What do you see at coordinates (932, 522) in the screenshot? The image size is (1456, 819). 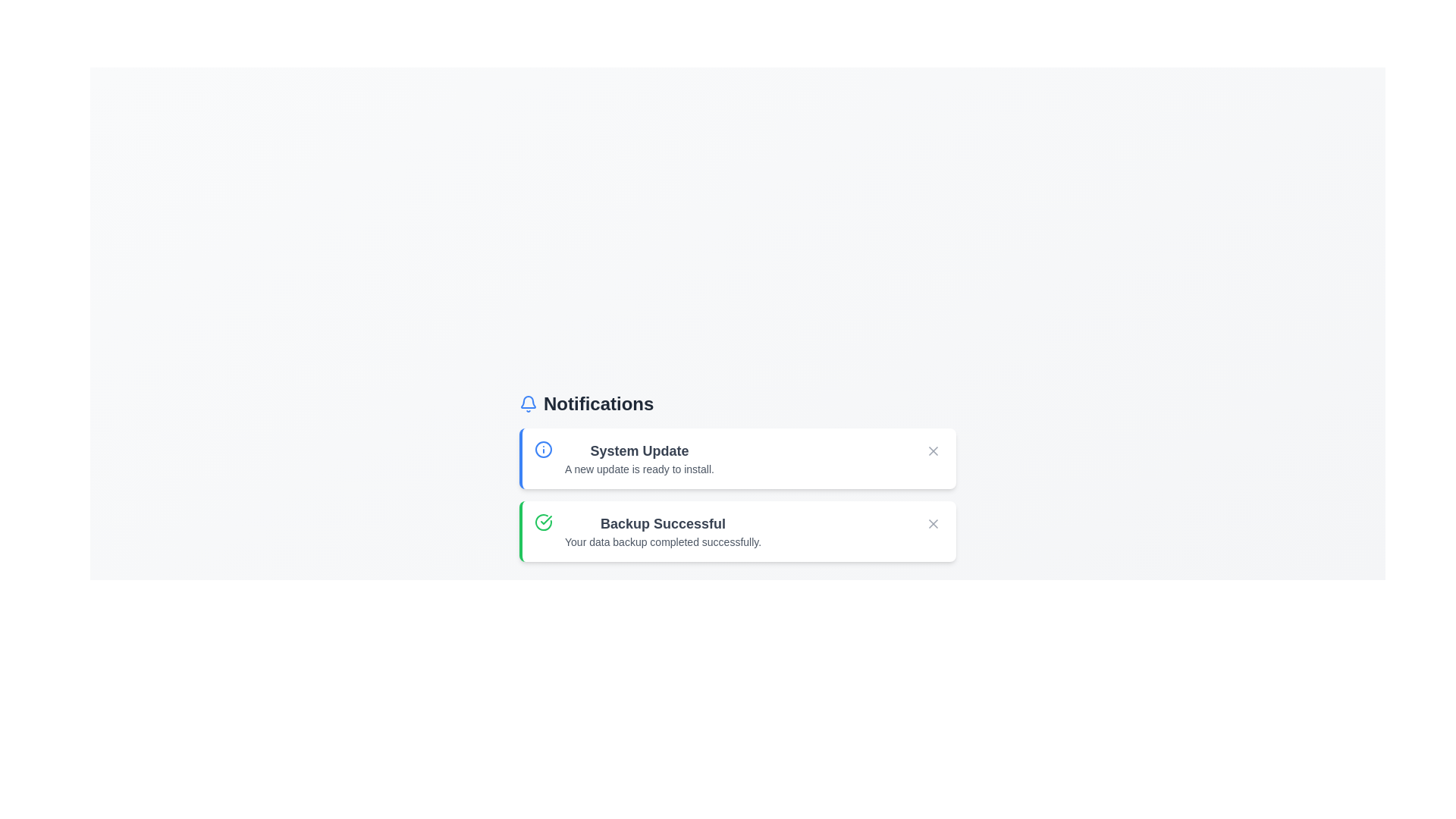 I see `the close/dismiss icon button located in the top-right corner of the 'Backup Successful' notification` at bounding box center [932, 522].